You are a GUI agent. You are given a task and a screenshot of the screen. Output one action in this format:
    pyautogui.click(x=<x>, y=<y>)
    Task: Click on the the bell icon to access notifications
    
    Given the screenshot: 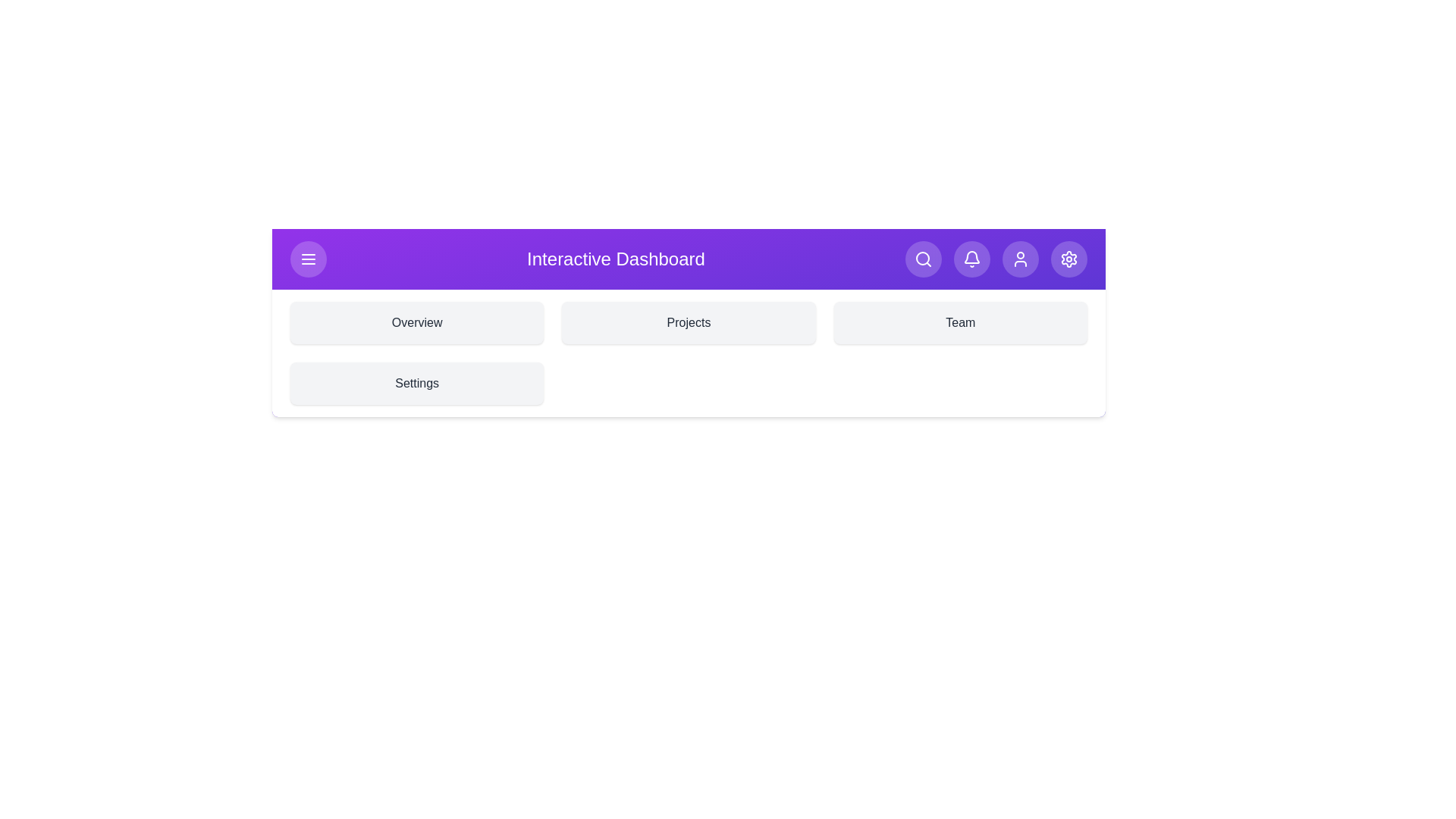 What is the action you would take?
    pyautogui.click(x=971, y=259)
    